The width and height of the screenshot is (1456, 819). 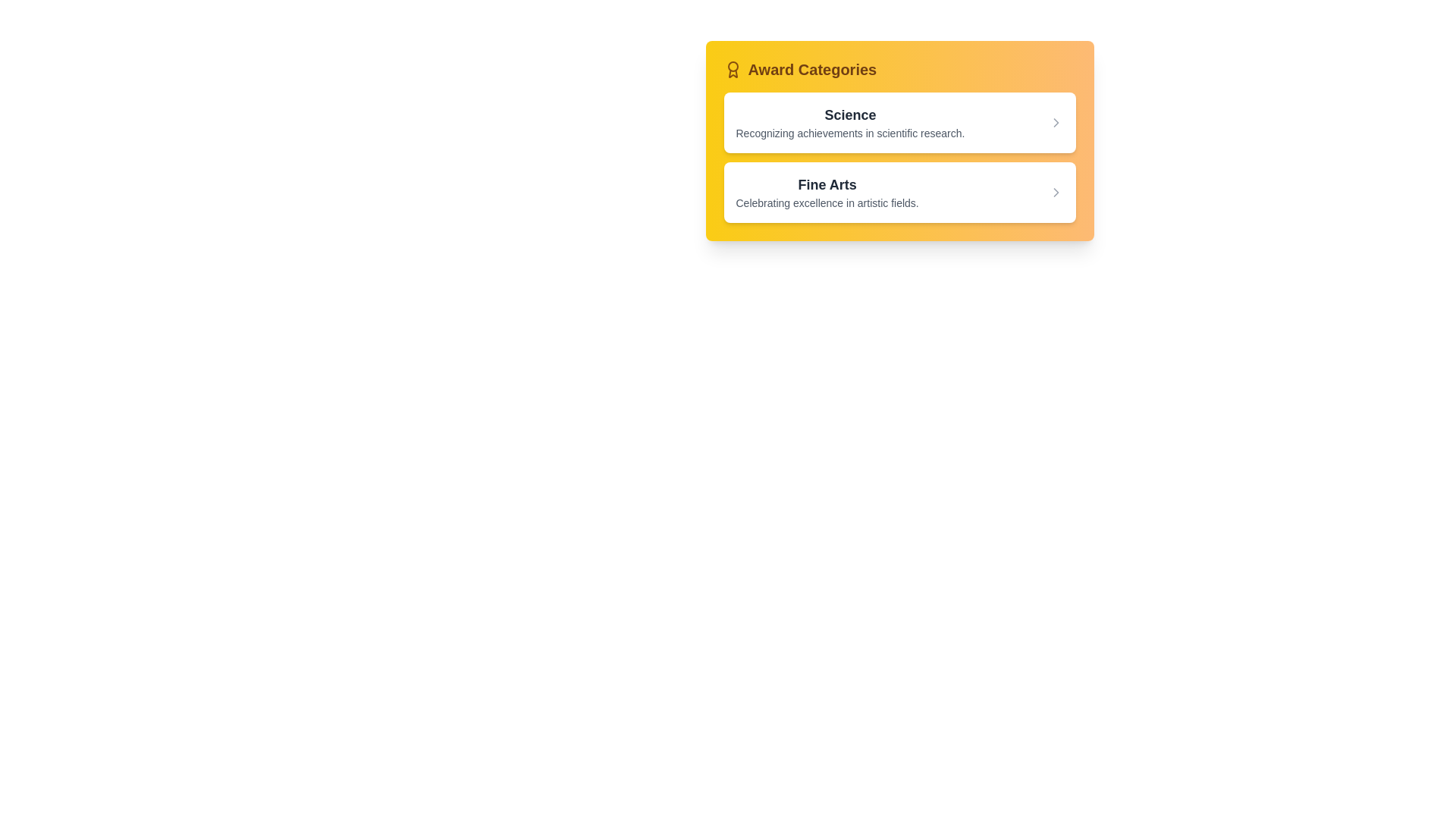 What do you see at coordinates (1055, 192) in the screenshot?
I see `the right-facing chevron icon located at the far right of the 'Fine Arts' row in the 'Award Categories' section` at bounding box center [1055, 192].